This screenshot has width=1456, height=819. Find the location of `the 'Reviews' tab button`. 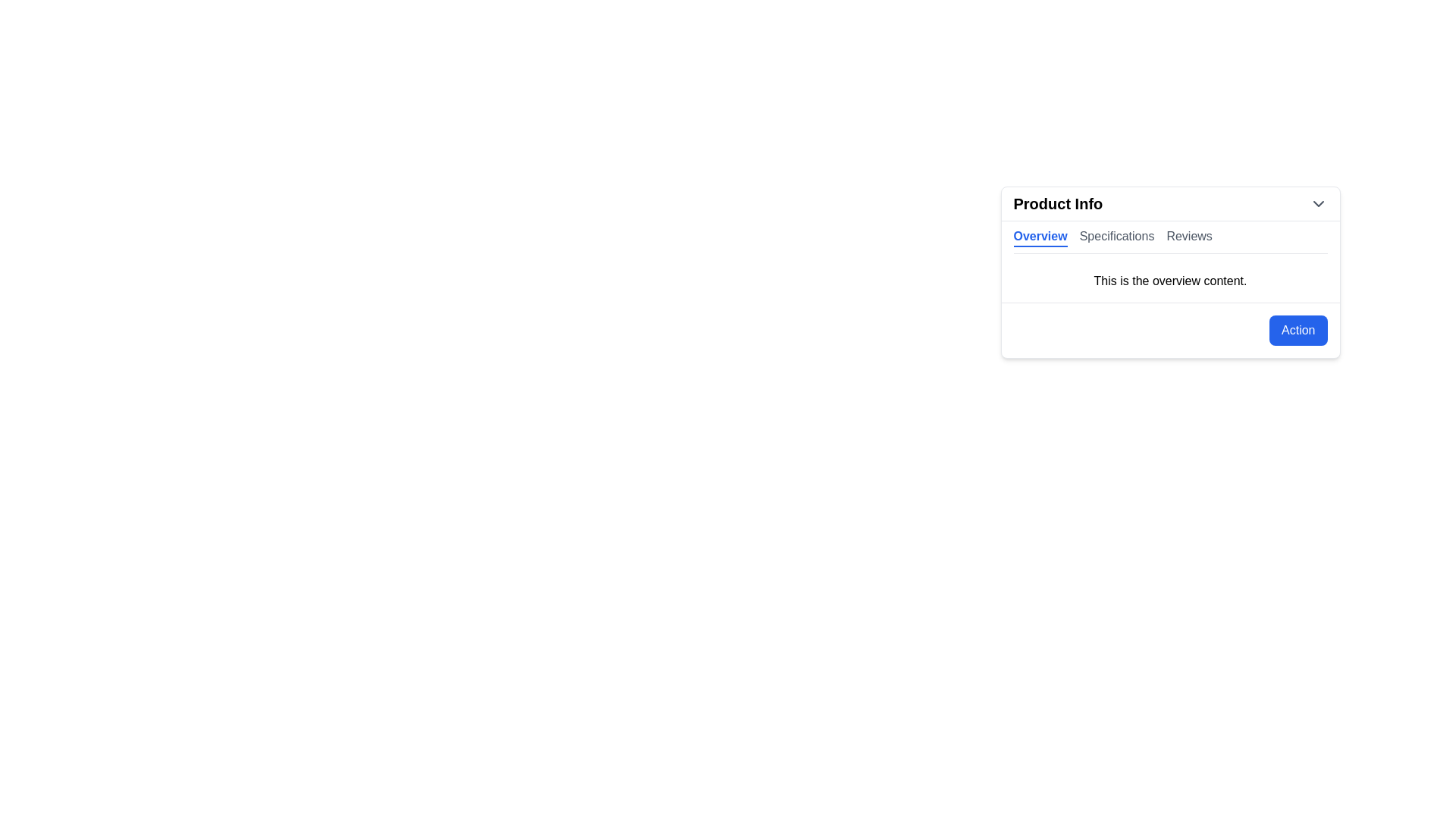

the 'Reviews' tab button is located at coordinates (1188, 237).